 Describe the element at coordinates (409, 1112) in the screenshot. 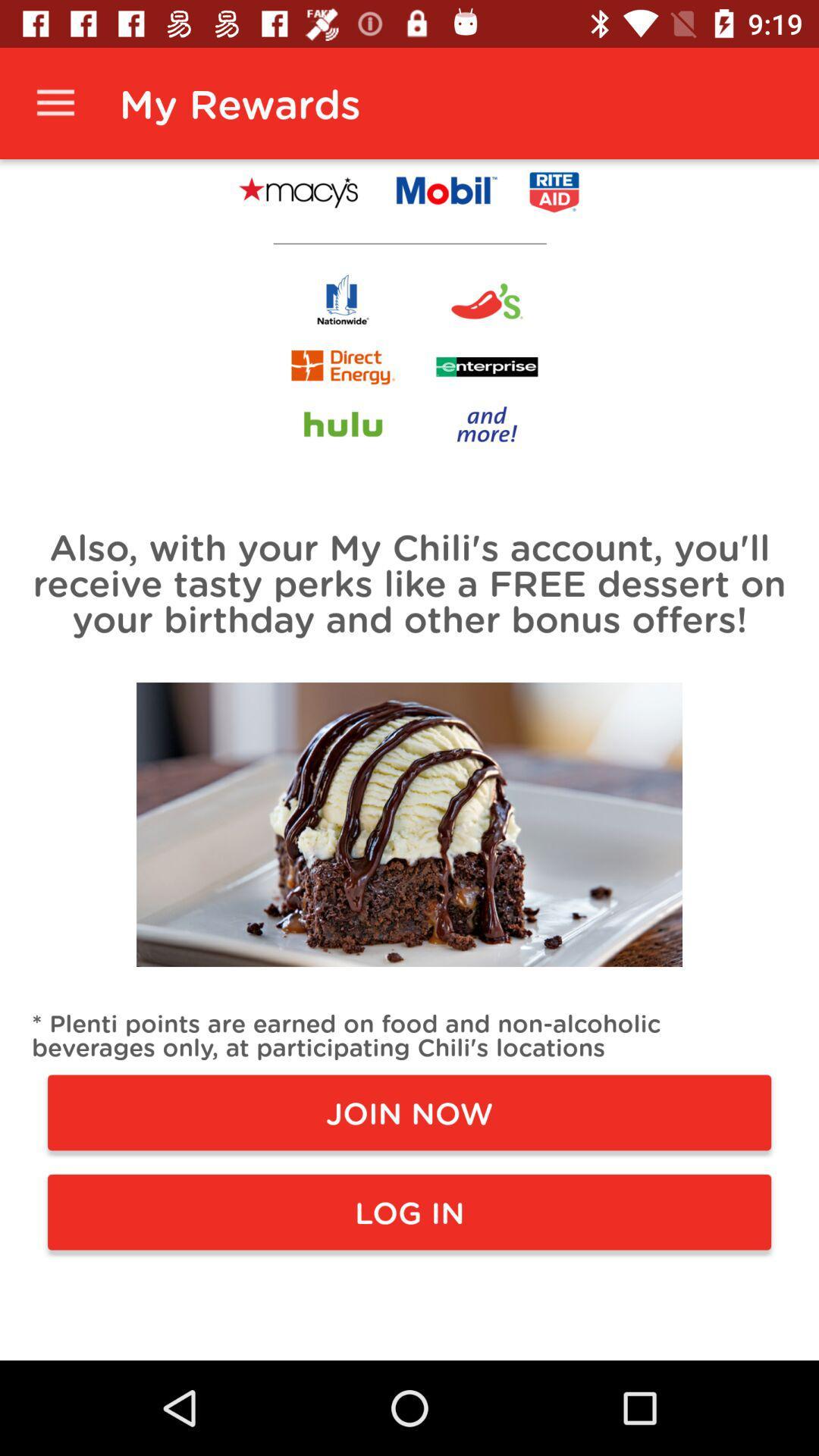

I see `the join now icon` at that location.